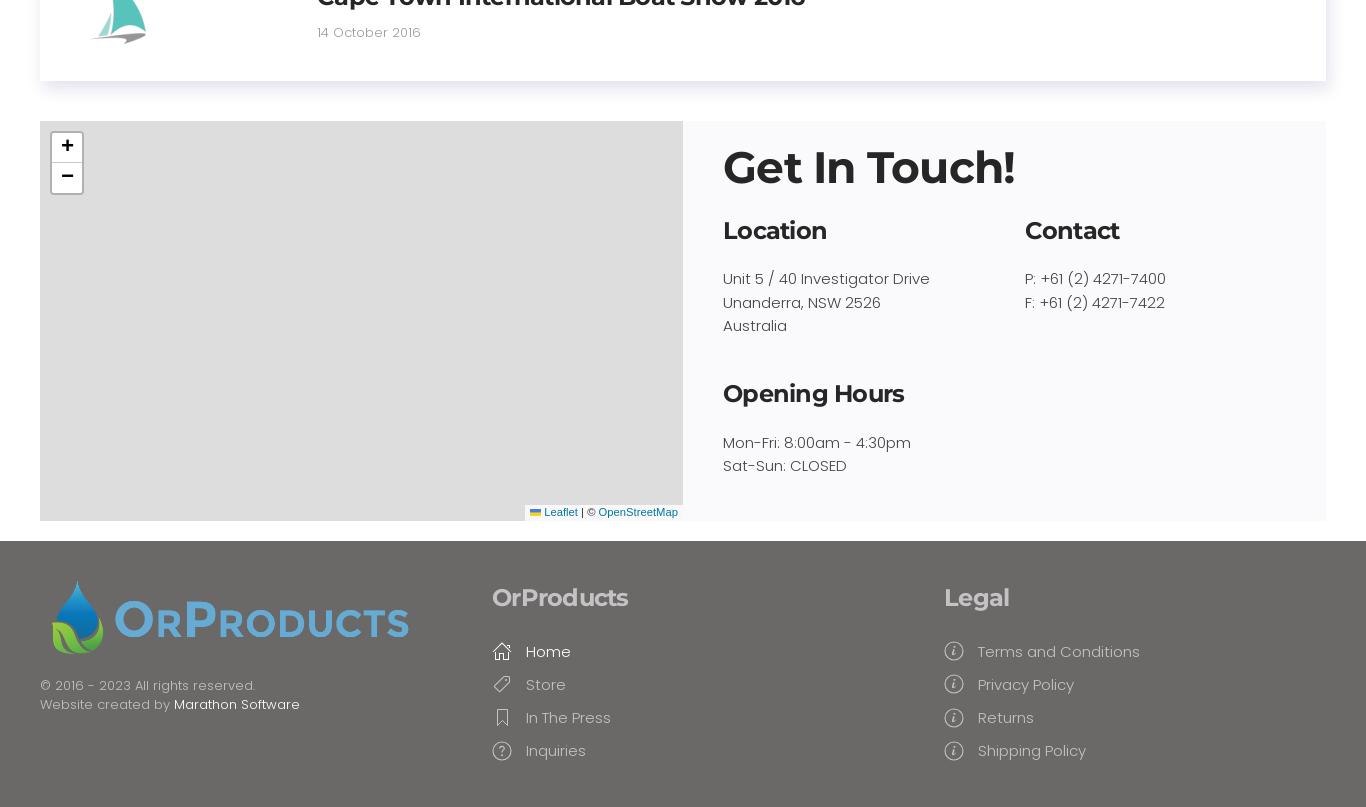  I want to click on '14 October 2016', so click(317, 31).